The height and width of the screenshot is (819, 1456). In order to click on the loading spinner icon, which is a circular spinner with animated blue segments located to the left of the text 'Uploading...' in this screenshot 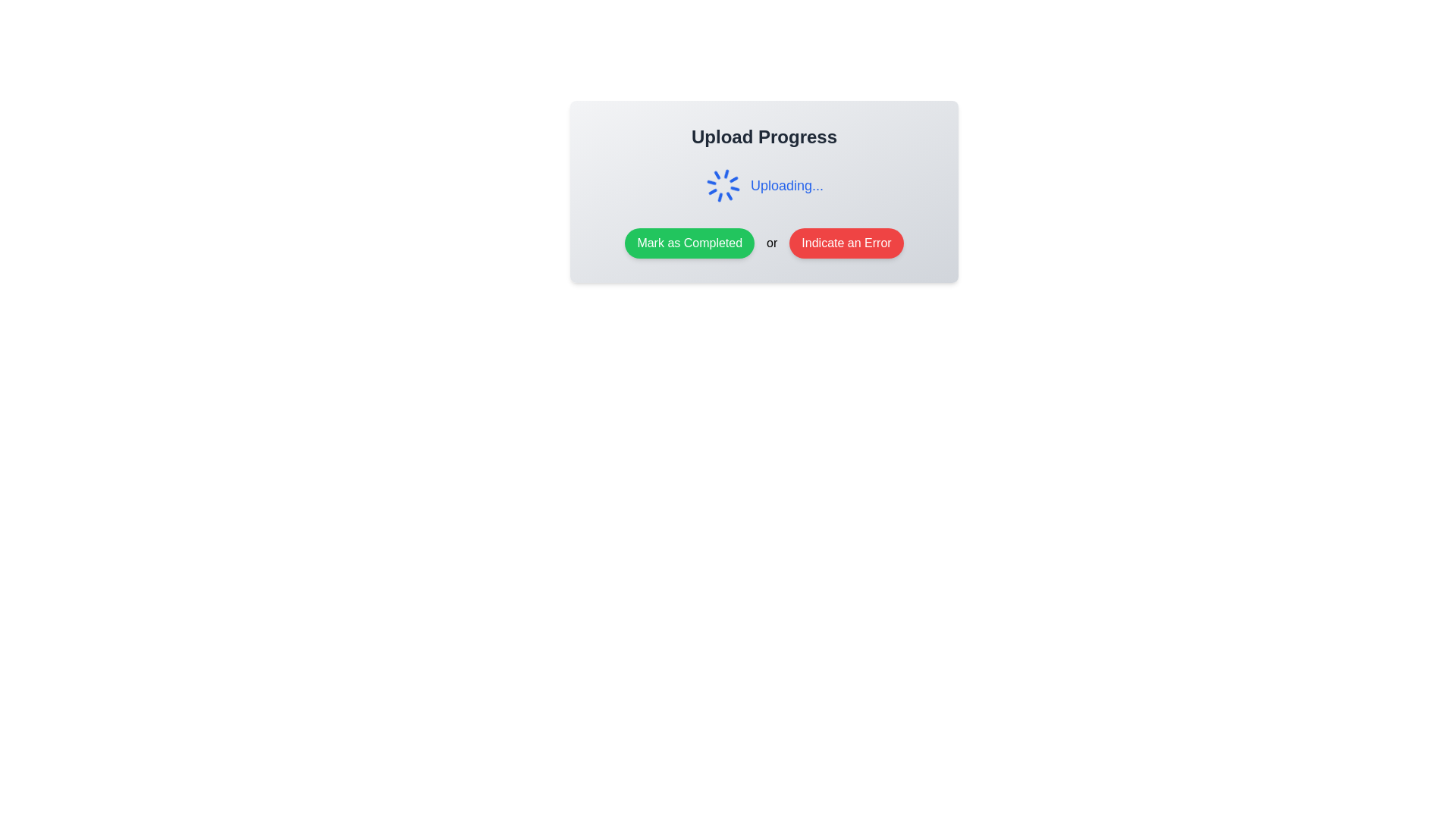, I will do `click(722, 185)`.